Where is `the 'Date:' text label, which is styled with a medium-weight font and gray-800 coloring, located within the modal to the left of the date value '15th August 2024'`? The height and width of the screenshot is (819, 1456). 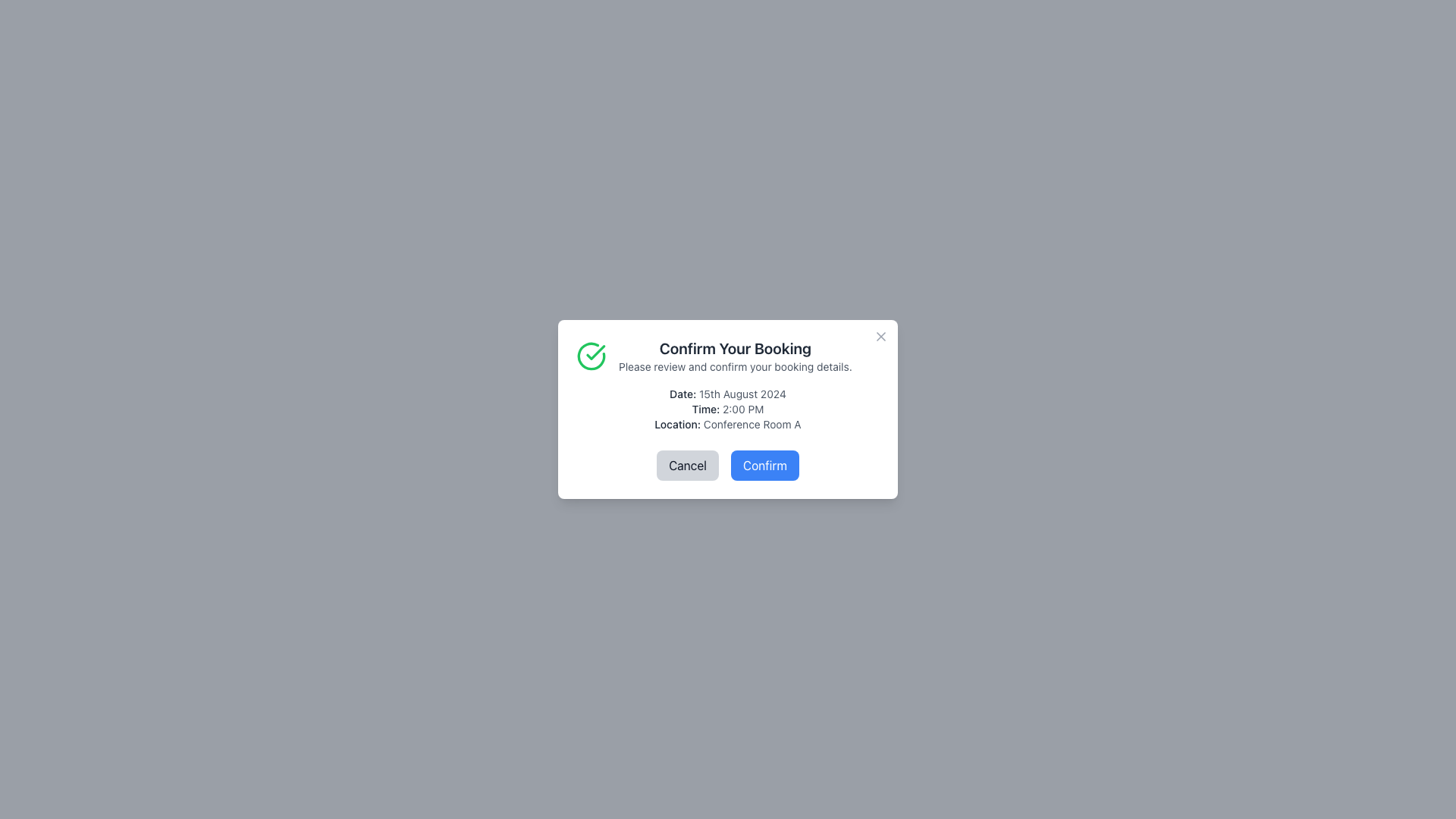
the 'Date:' text label, which is styled with a medium-weight font and gray-800 coloring, located within the modal to the left of the date value '15th August 2024' is located at coordinates (682, 393).